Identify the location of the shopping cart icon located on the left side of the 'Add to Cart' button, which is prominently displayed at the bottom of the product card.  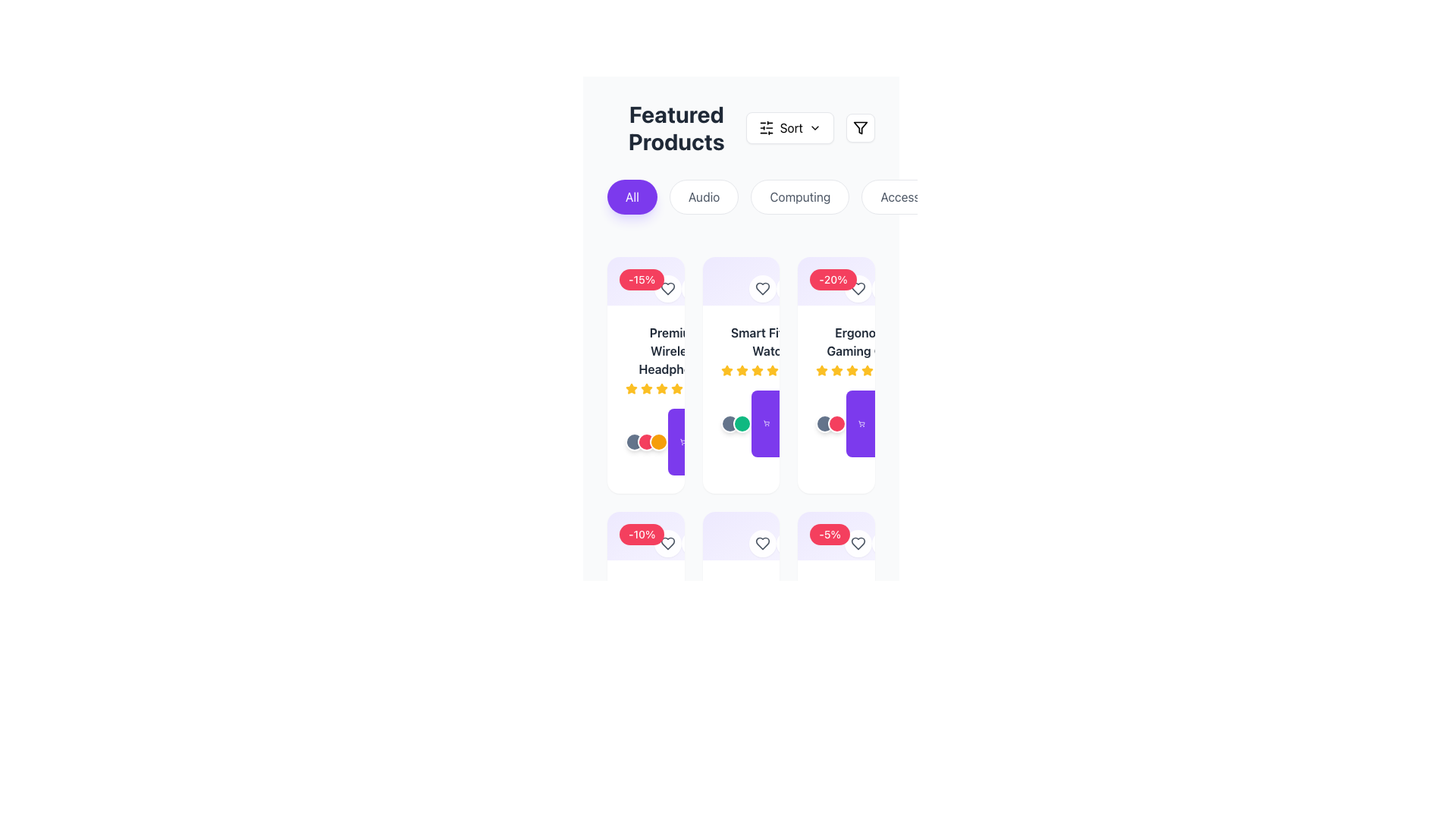
(861, 424).